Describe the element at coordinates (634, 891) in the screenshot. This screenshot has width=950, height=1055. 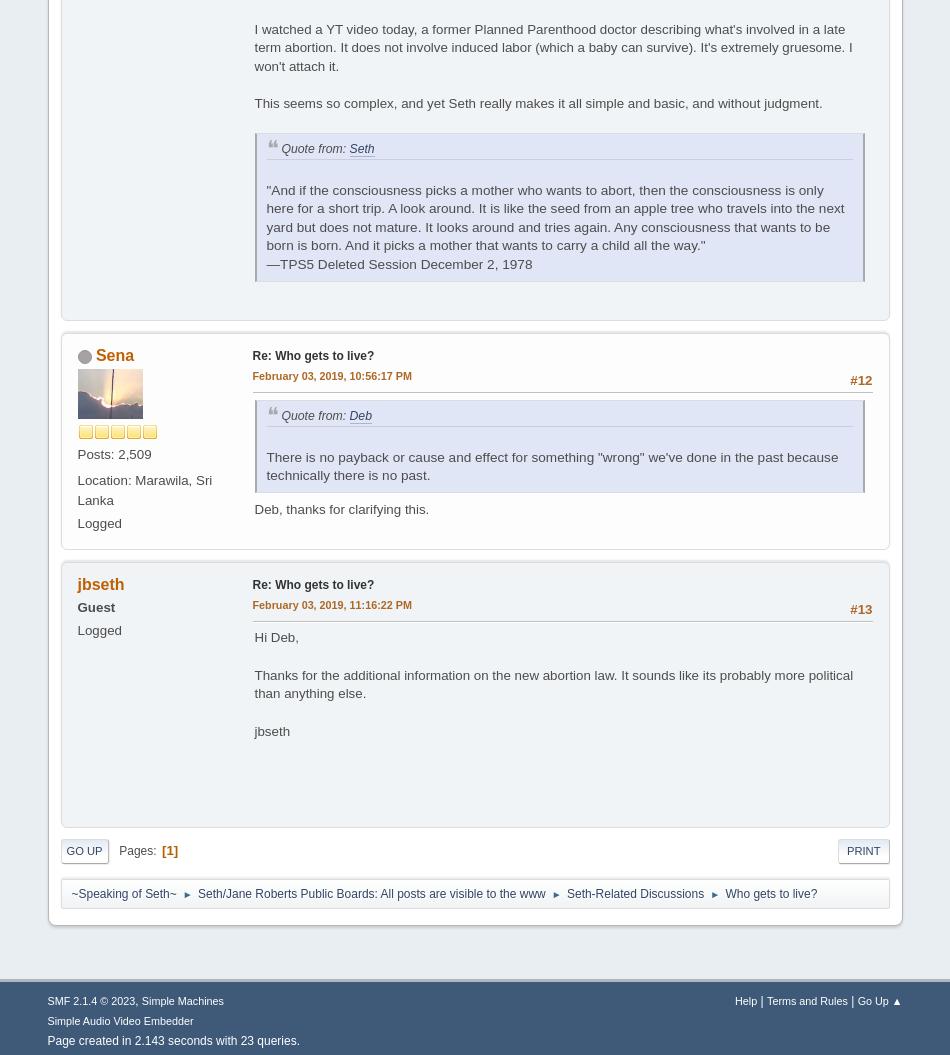
I see `'Seth-Related Discussions'` at that location.